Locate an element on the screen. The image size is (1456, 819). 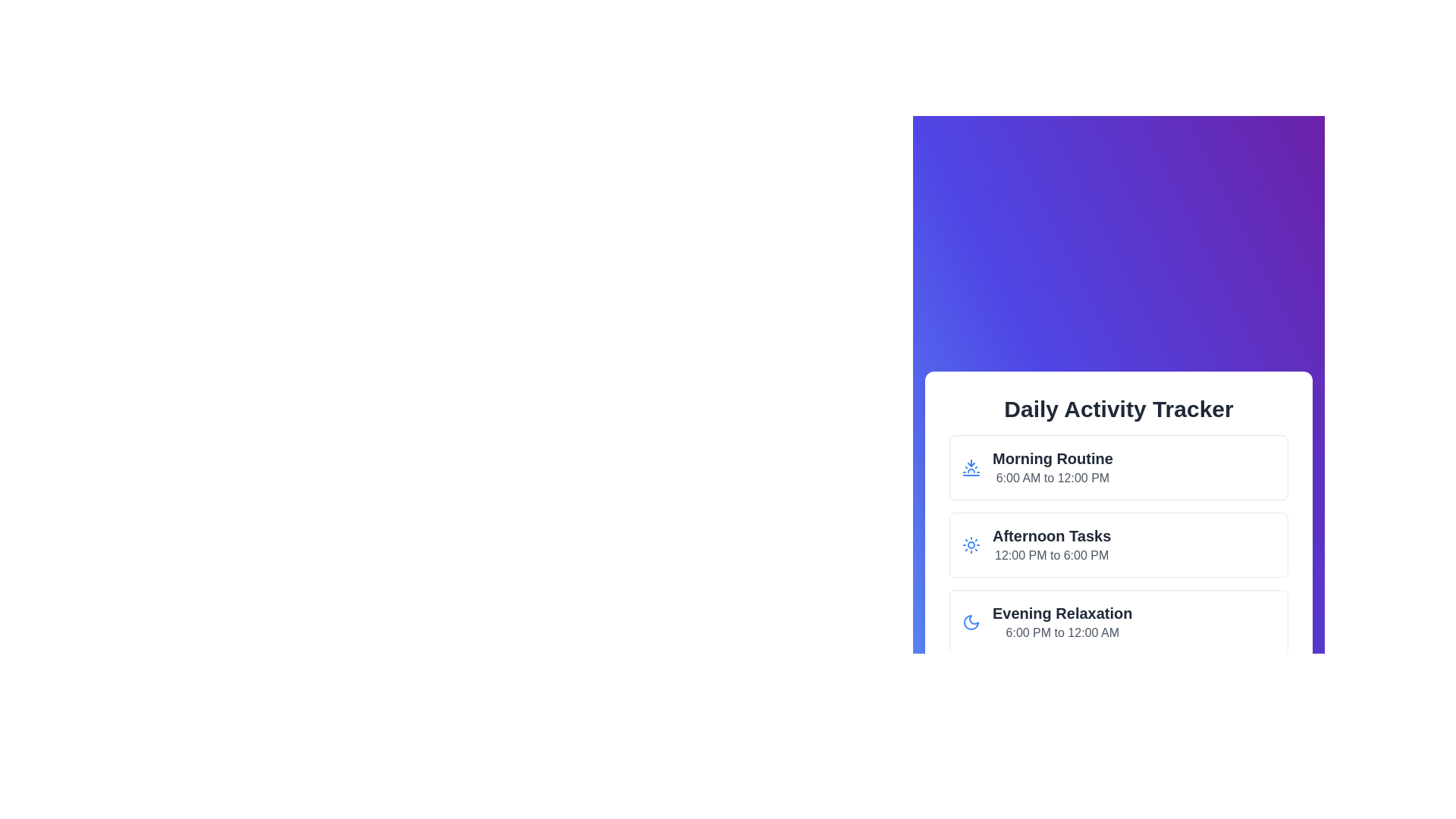
the bold, center-aligned text label that says 'Daily Activity Tracker', which is positioned at the top of its card layout is located at coordinates (1119, 409).